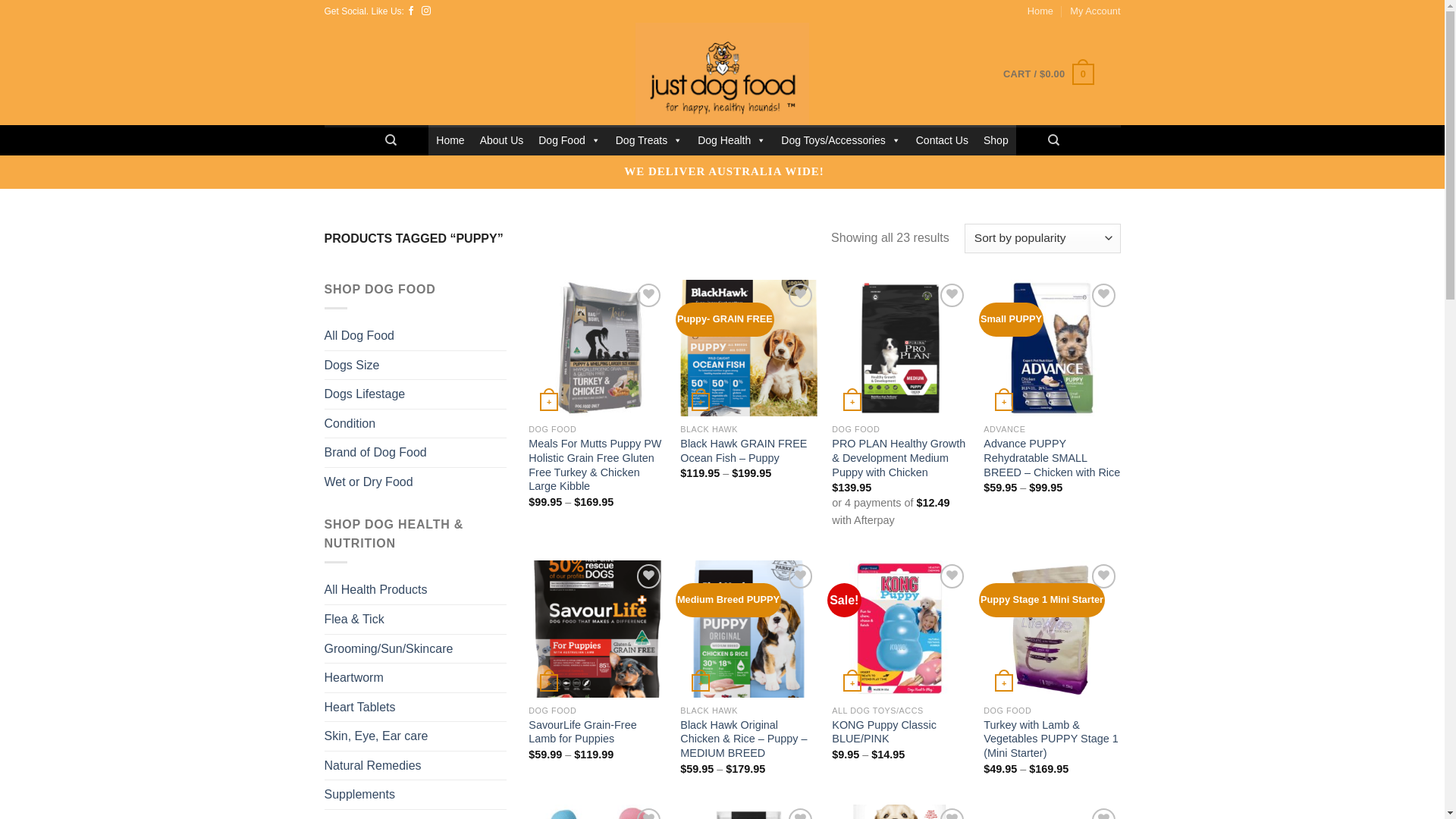 Image resolution: width=1456 pixels, height=819 pixels. What do you see at coordinates (899, 731) in the screenshot?
I see `'KONG Puppy Classic BLUE/PINK'` at bounding box center [899, 731].